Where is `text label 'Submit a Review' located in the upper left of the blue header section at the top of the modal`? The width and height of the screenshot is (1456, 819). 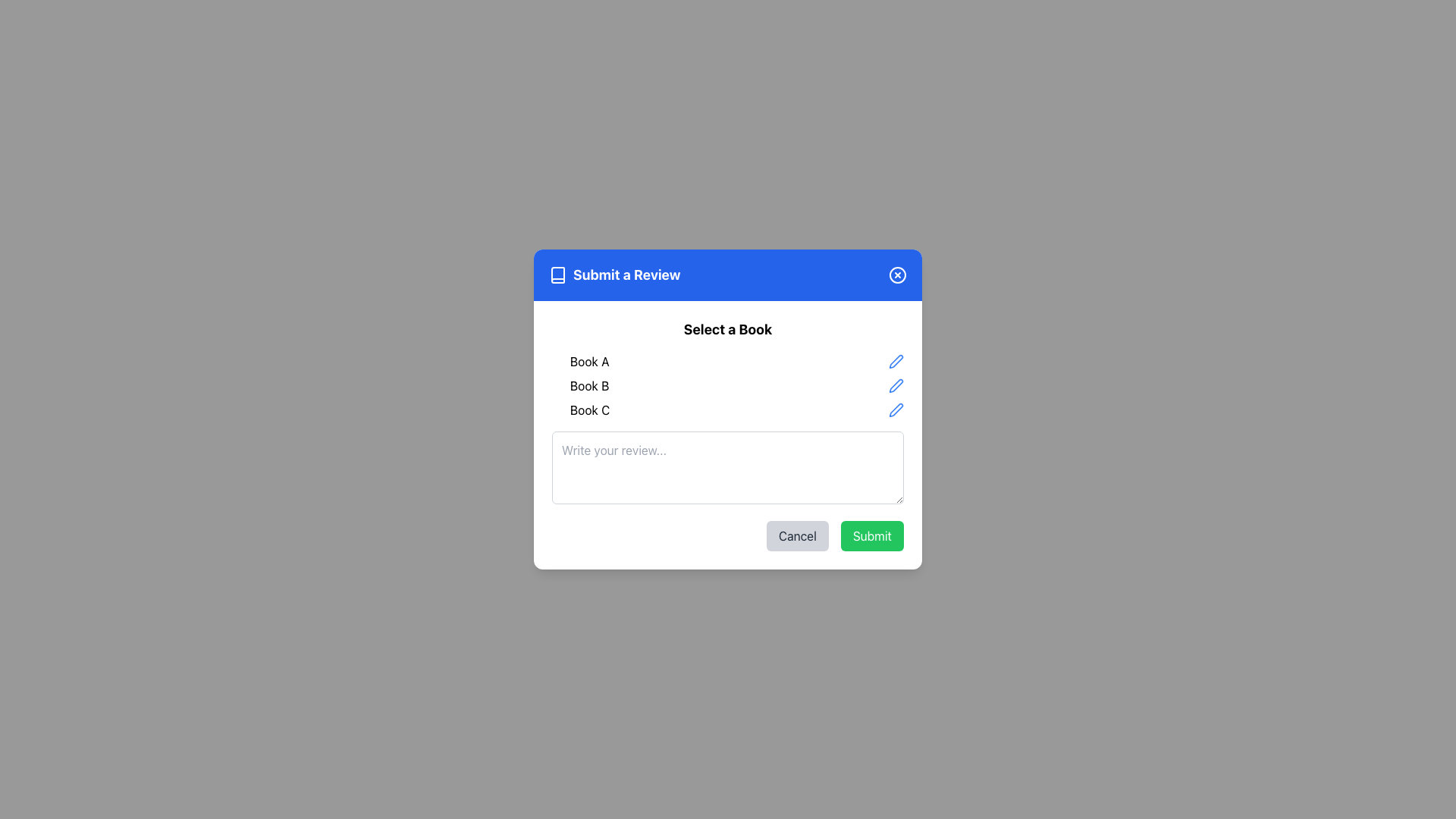 text label 'Submit a Review' located in the upper left of the blue header section at the top of the modal is located at coordinates (614, 275).